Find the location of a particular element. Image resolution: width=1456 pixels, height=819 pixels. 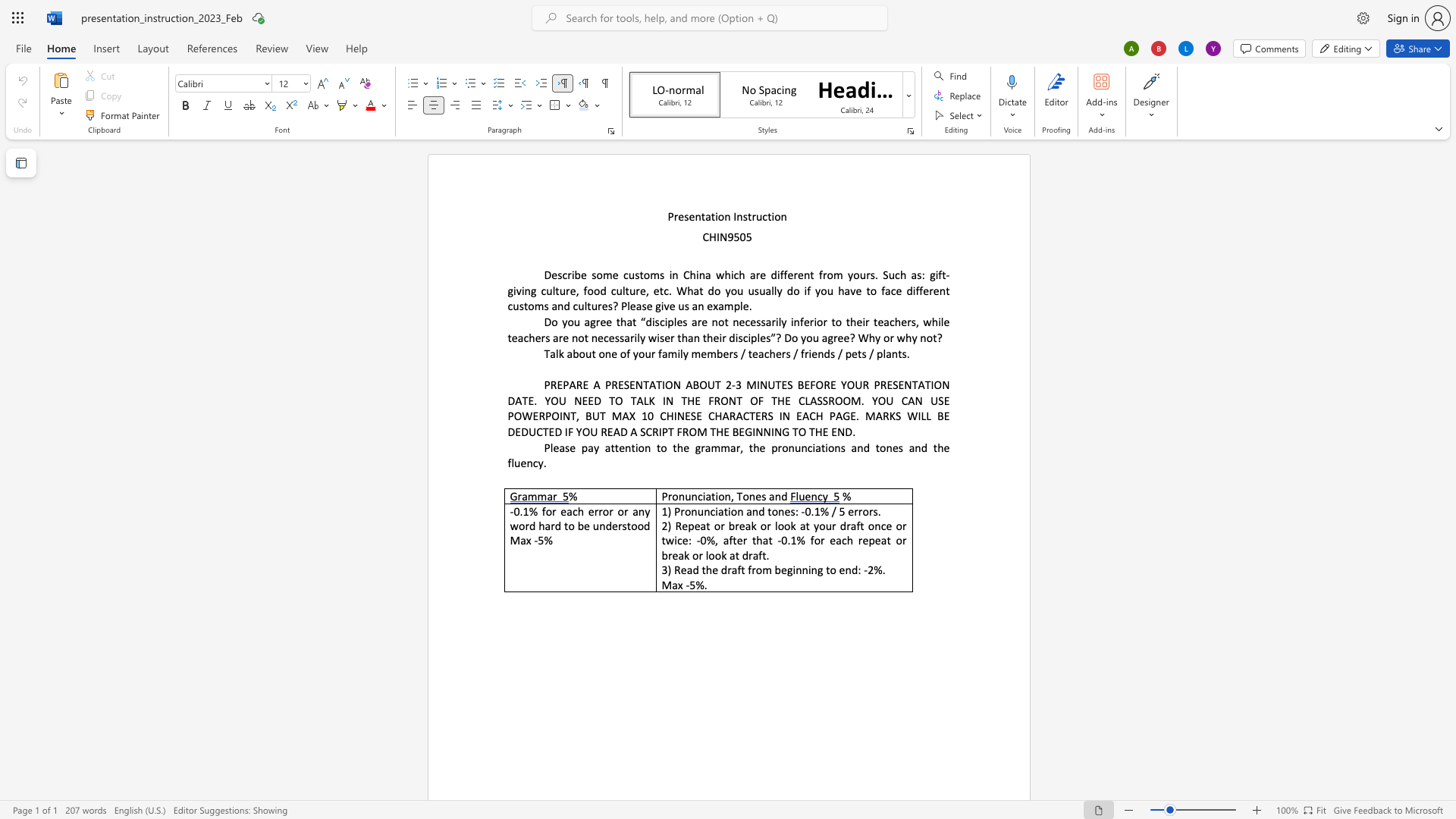

the 3th character "n" in the text is located at coordinates (739, 216).